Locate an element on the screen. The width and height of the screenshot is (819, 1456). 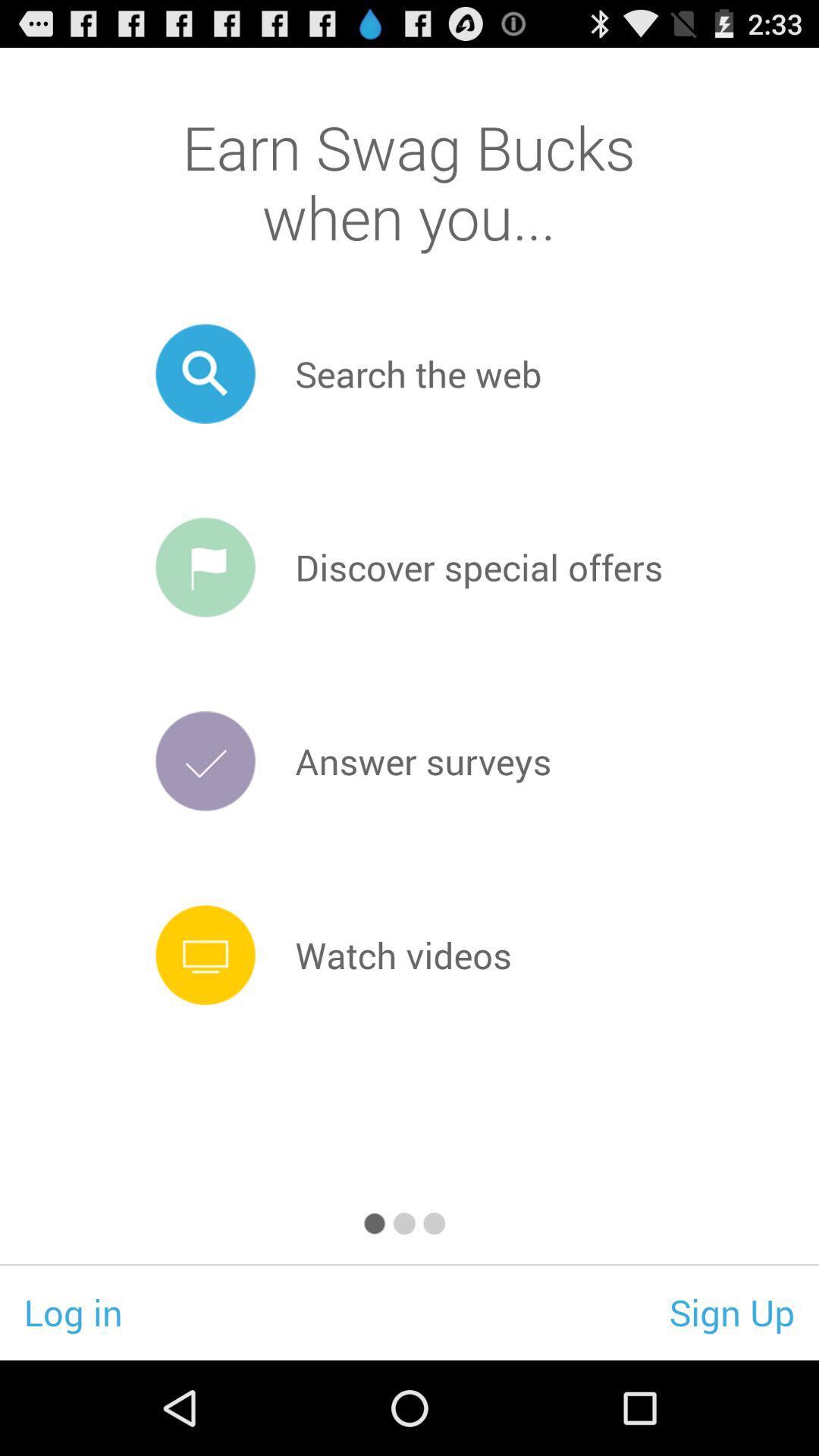
app next to log in is located at coordinates (731, 1311).